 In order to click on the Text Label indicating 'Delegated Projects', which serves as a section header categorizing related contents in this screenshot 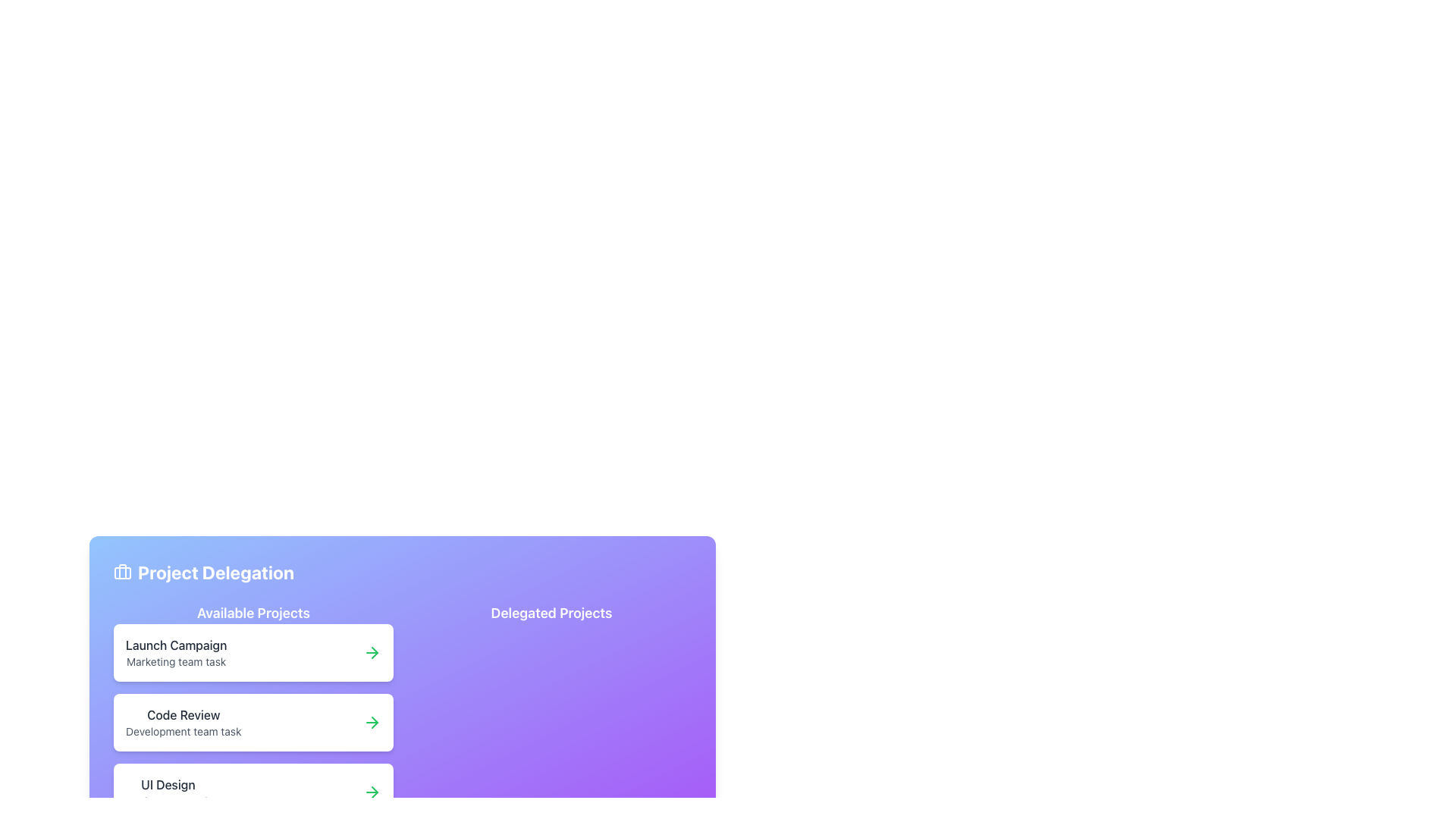, I will do `click(551, 613)`.